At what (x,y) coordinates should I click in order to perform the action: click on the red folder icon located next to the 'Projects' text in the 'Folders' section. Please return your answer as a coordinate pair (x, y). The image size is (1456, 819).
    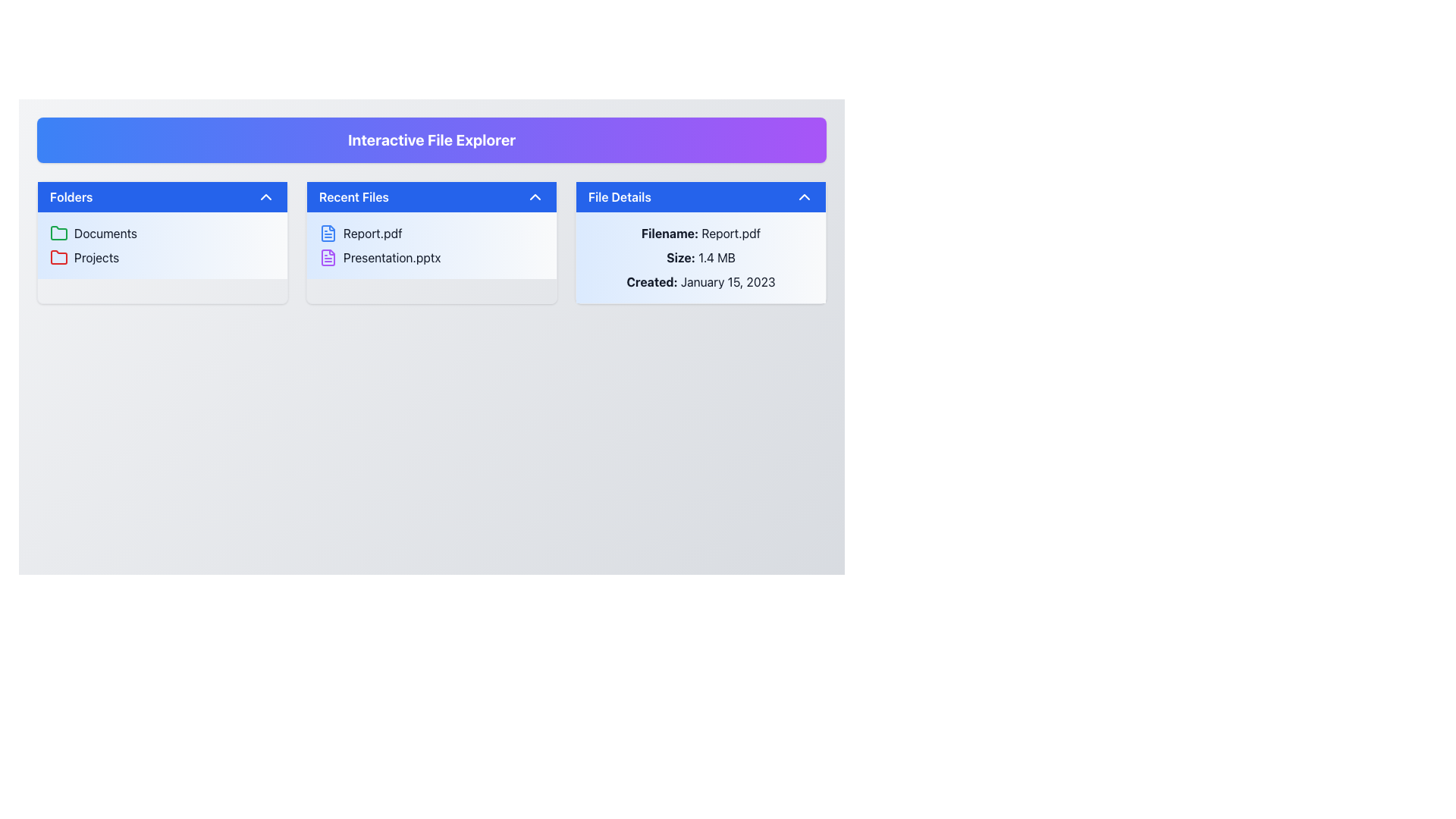
    Looking at the image, I should click on (58, 256).